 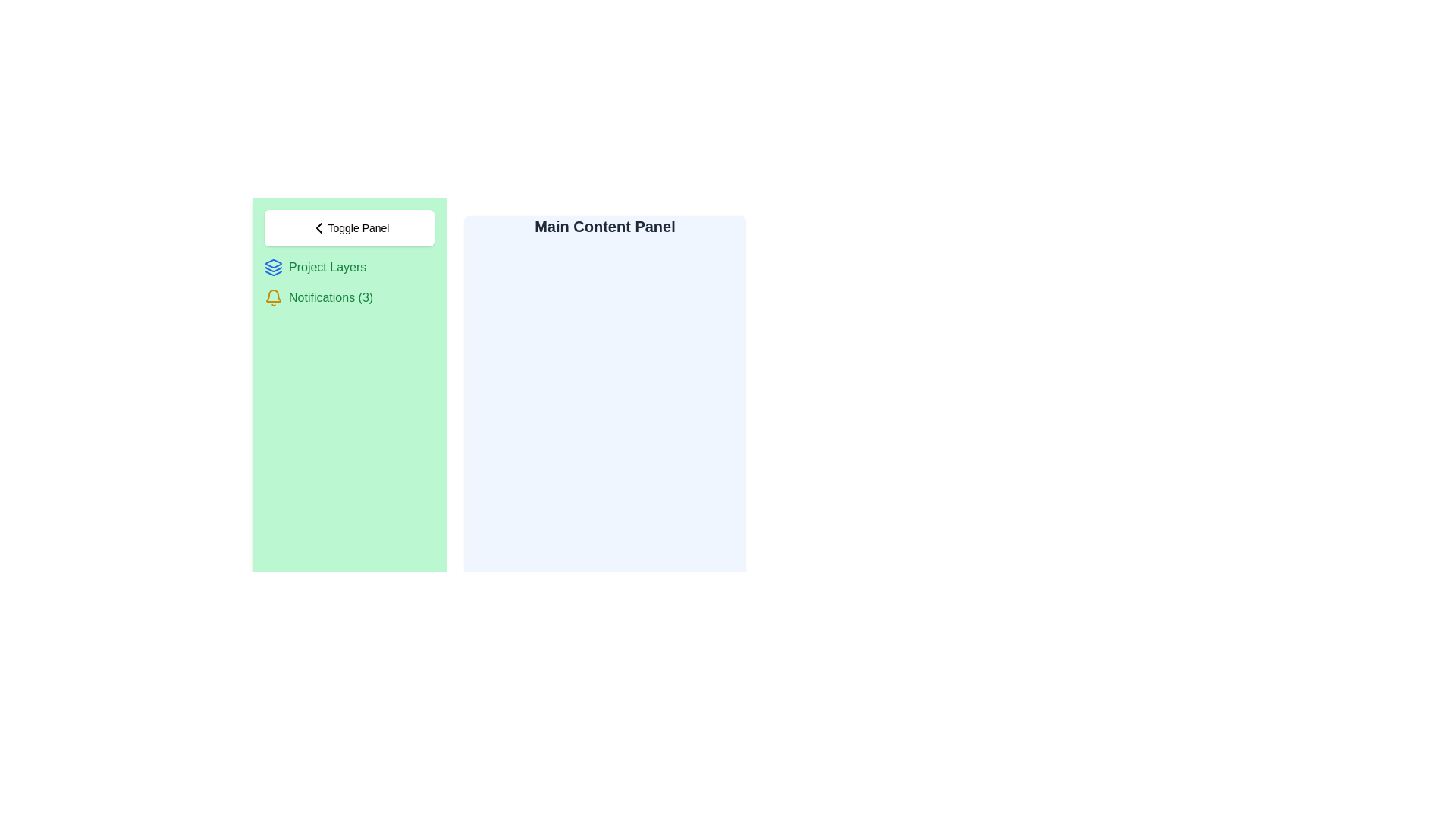 What do you see at coordinates (327, 267) in the screenshot?
I see `the static text label 'Project Layers' located to the right of the layered squares icon in the sidebar menu` at bounding box center [327, 267].